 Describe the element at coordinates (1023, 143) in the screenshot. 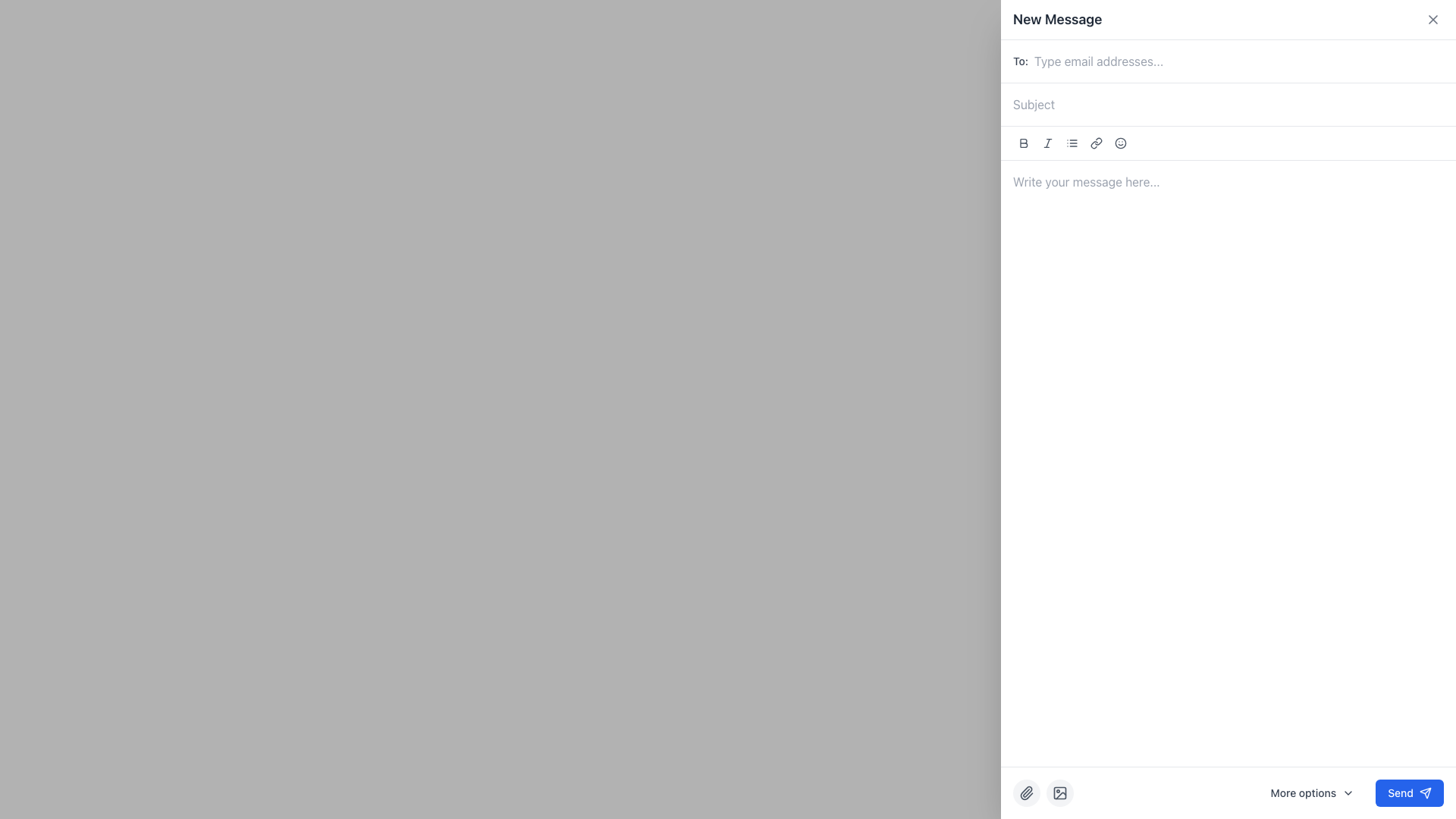

I see `the bold 'B' icon button in the toolbar` at that location.